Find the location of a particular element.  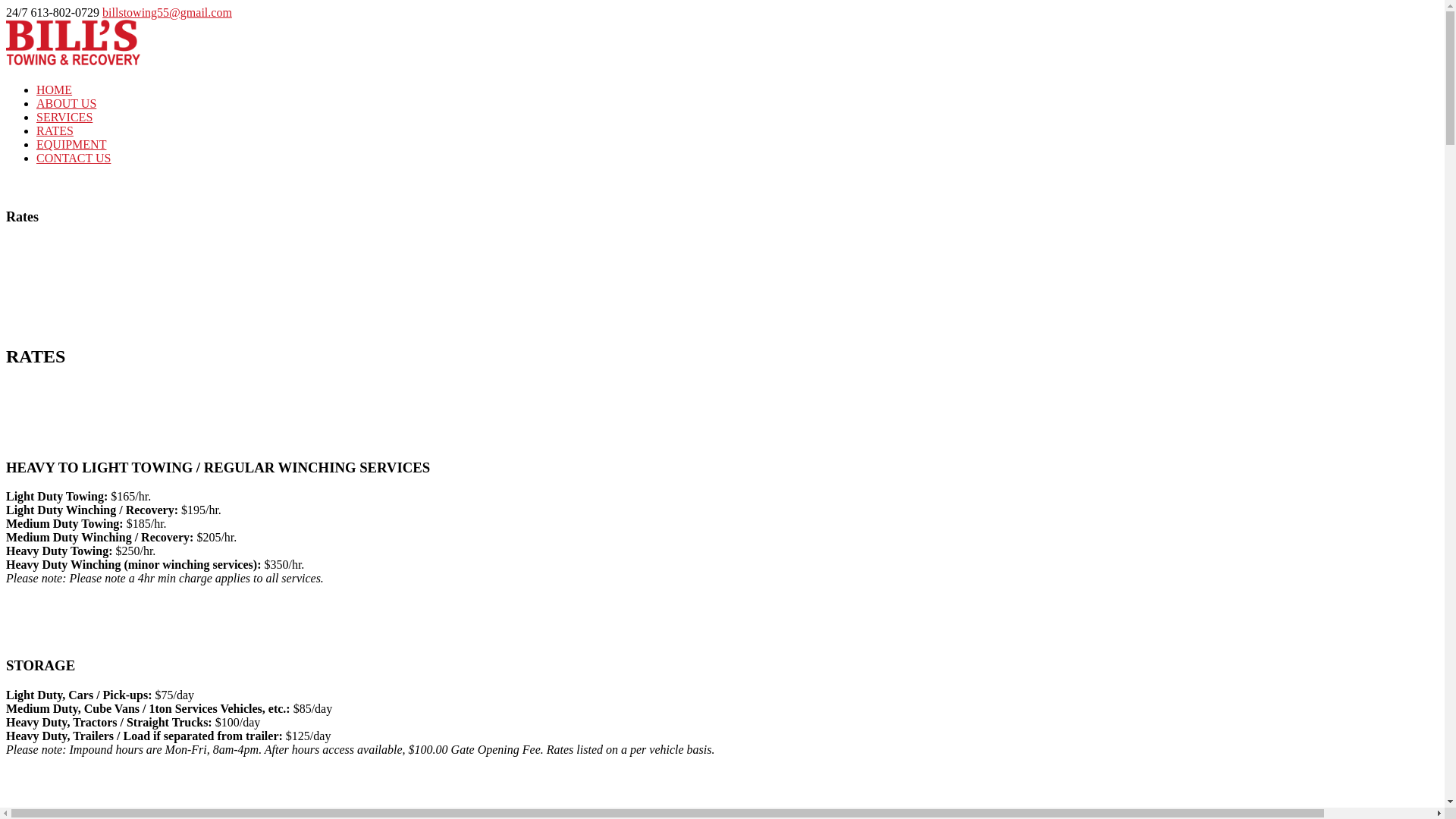

'EQUIPMENT' is located at coordinates (71, 144).